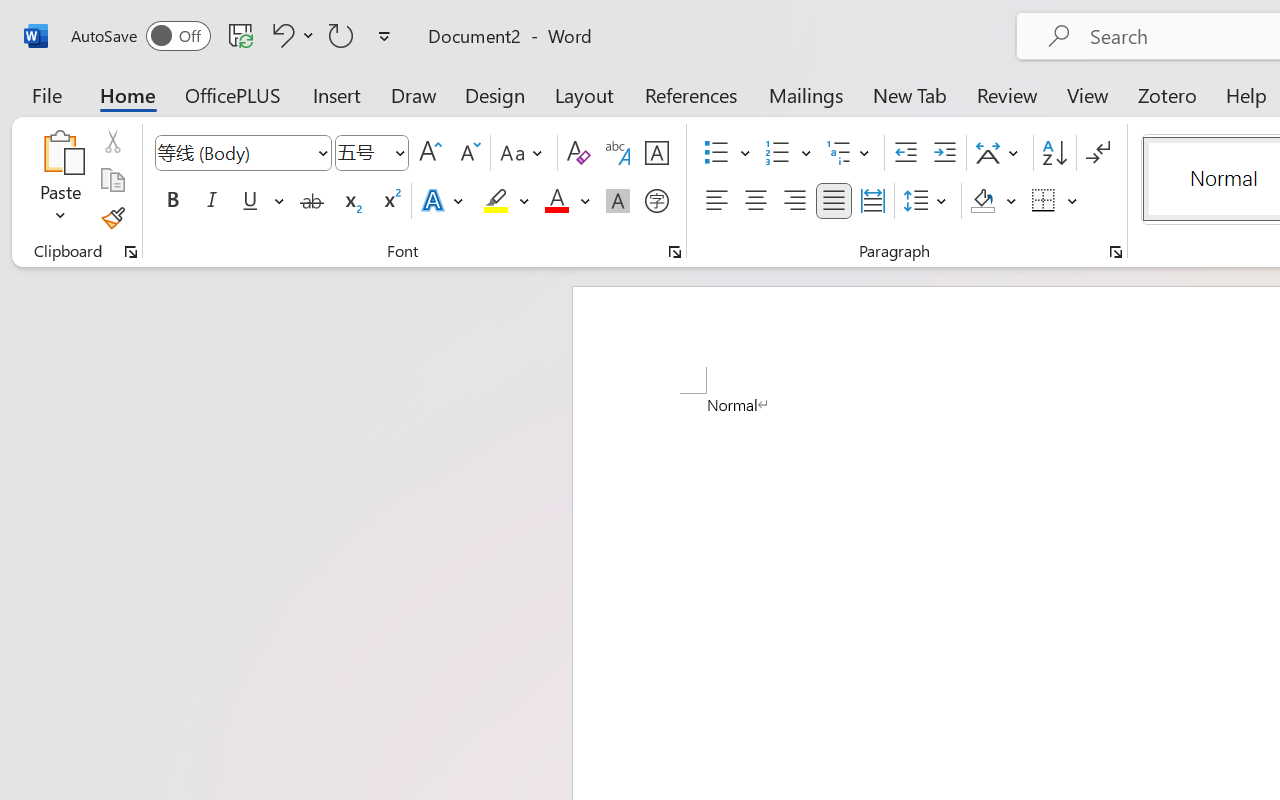  I want to click on 'Paste', so click(60, 179).